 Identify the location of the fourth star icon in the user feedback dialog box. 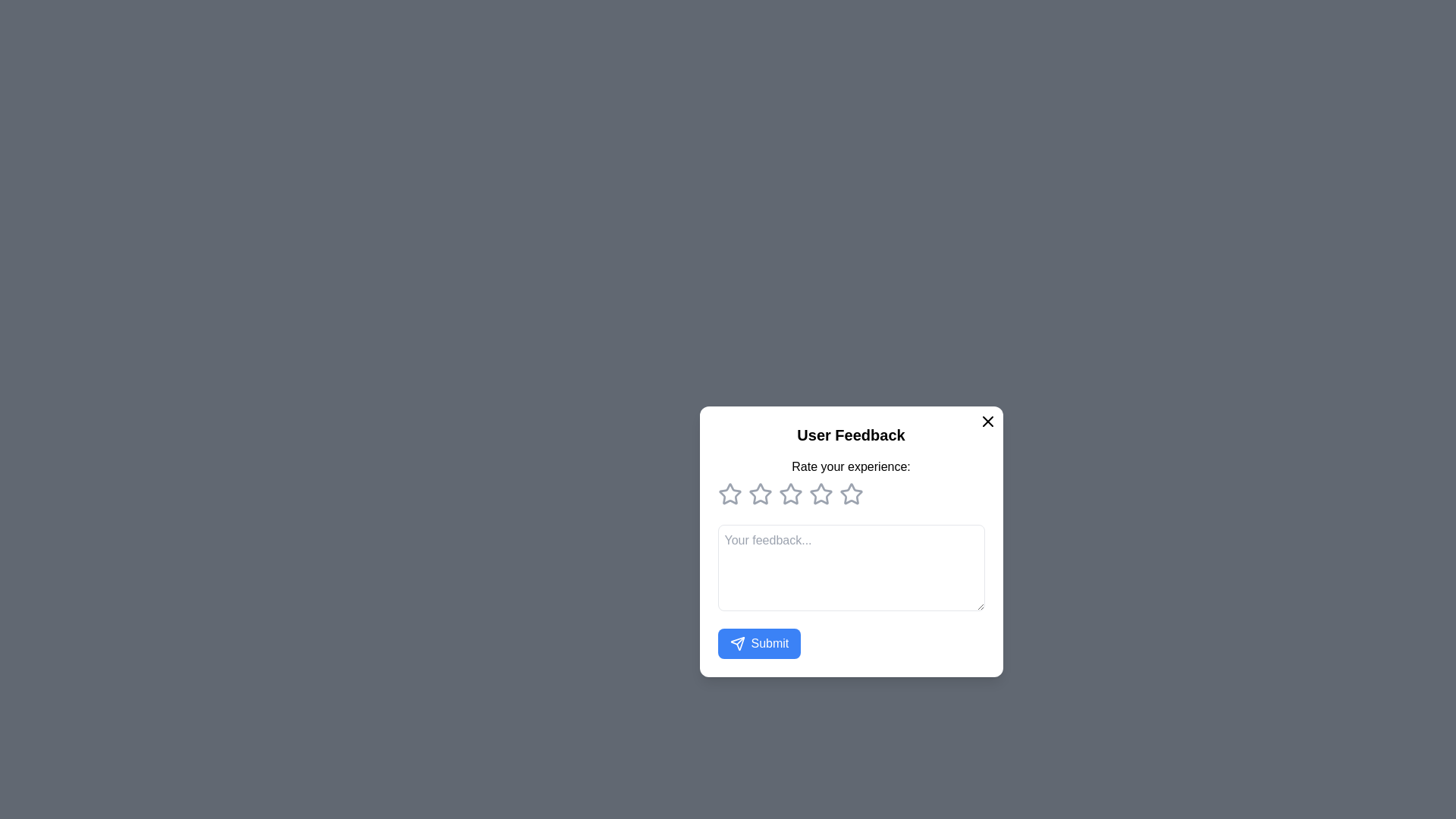
(851, 493).